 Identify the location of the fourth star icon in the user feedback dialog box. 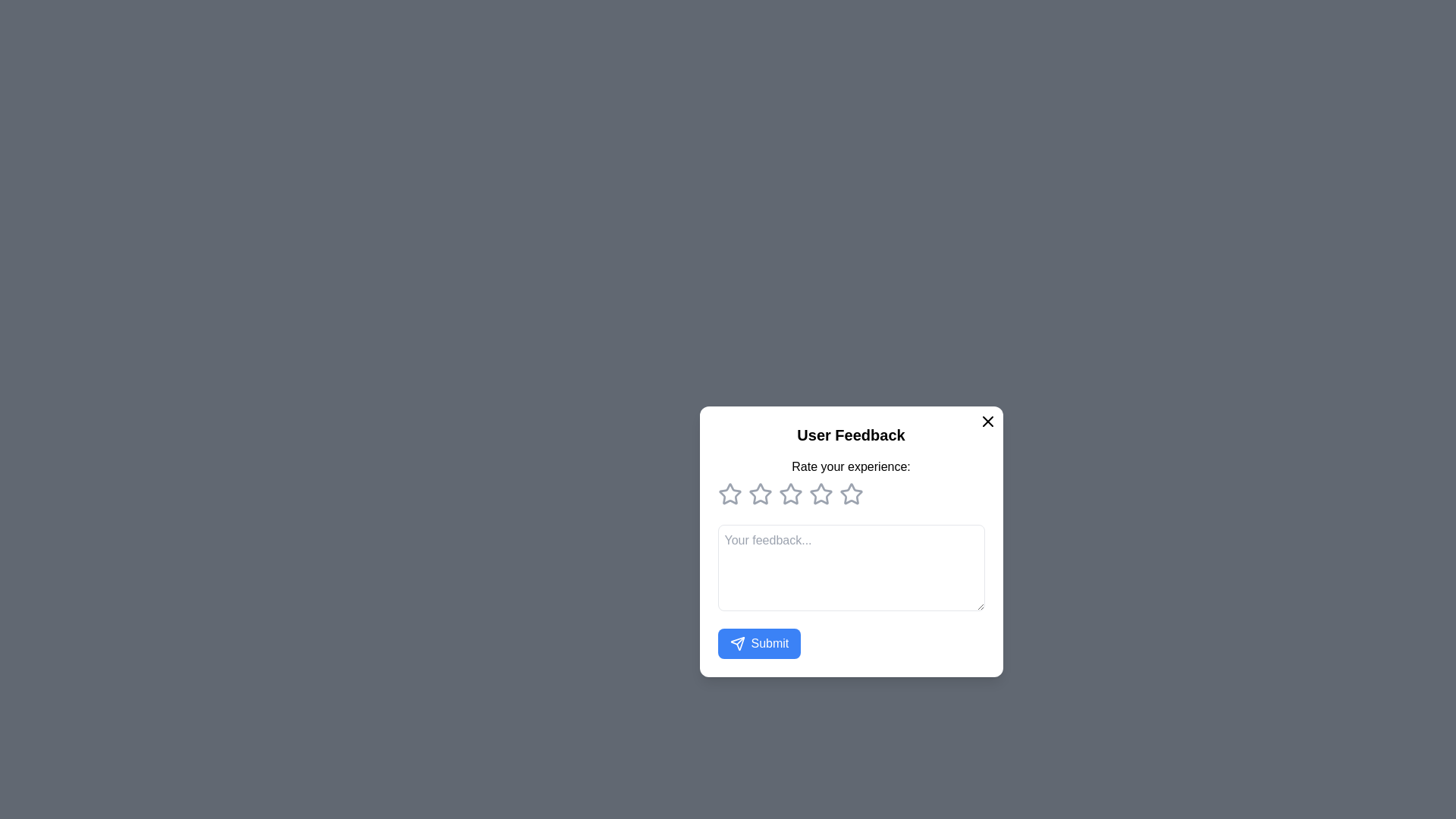
(851, 493).